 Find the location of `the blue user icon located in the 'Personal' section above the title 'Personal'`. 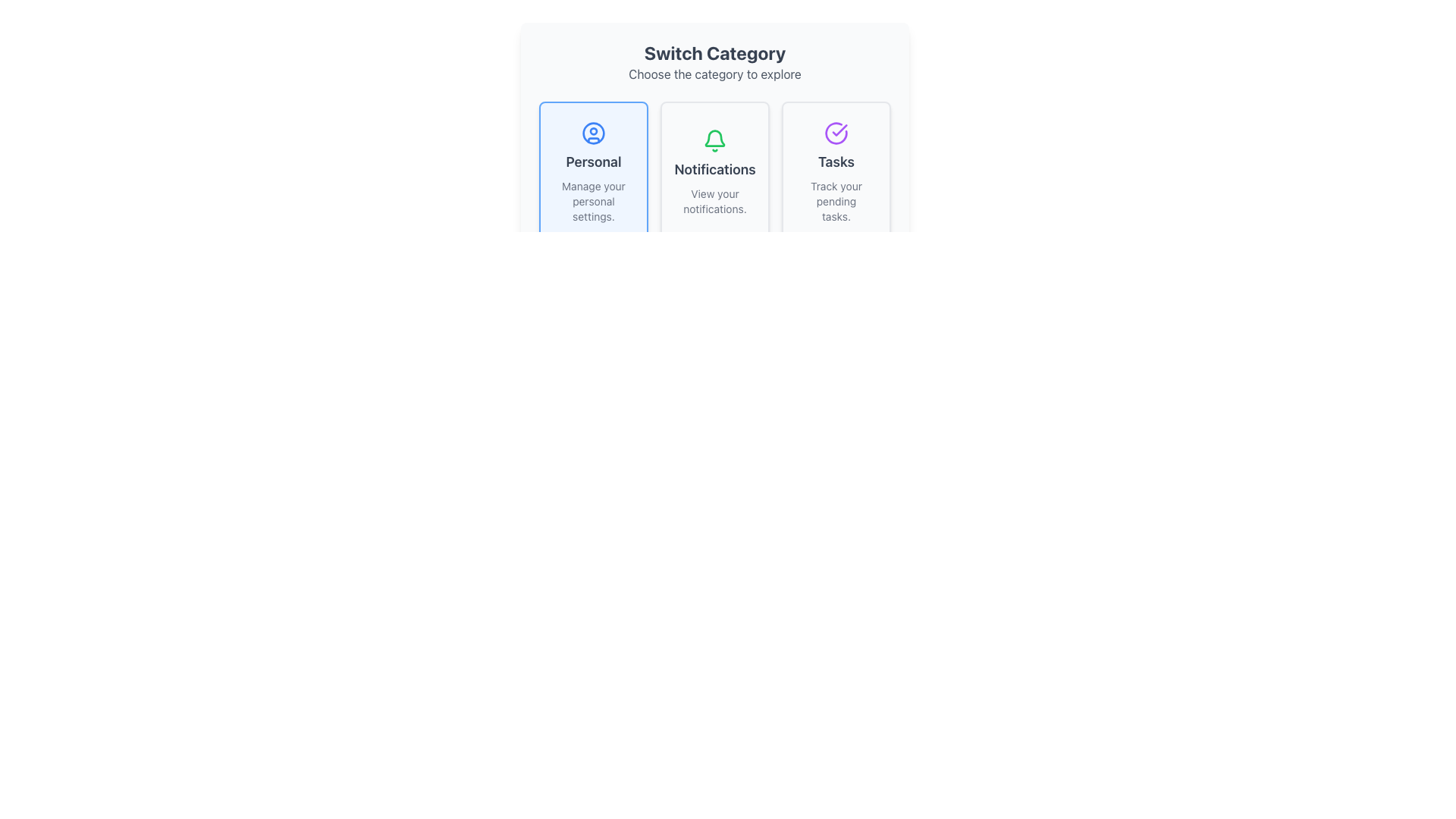

the blue user icon located in the 'Personal' section above the title 'Personal' is located at coordinates (592, 133).